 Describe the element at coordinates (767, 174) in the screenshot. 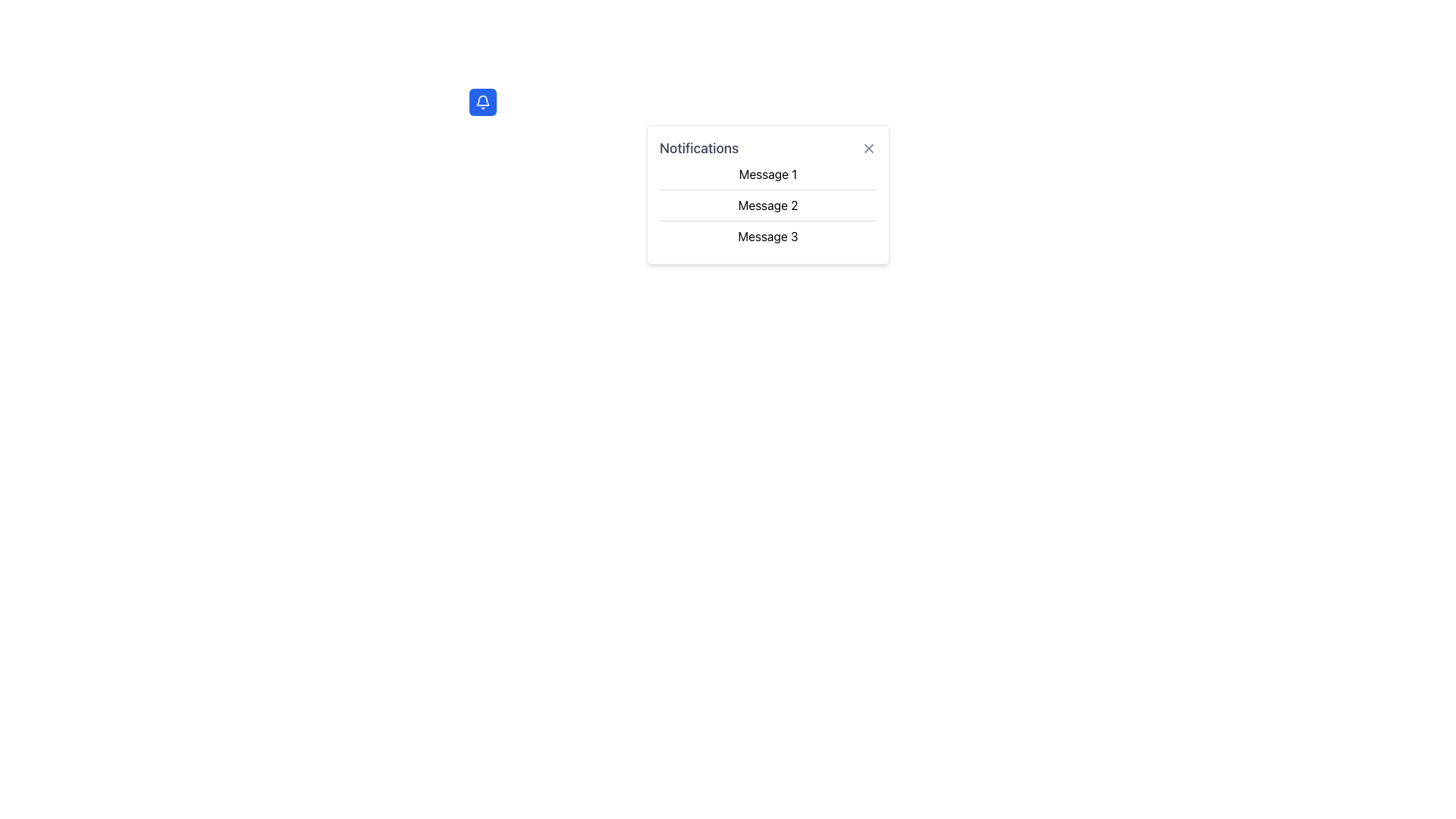

I see `the notification message entry displayed directly below the title 'Notifications' in the notification dropdown` at that location.